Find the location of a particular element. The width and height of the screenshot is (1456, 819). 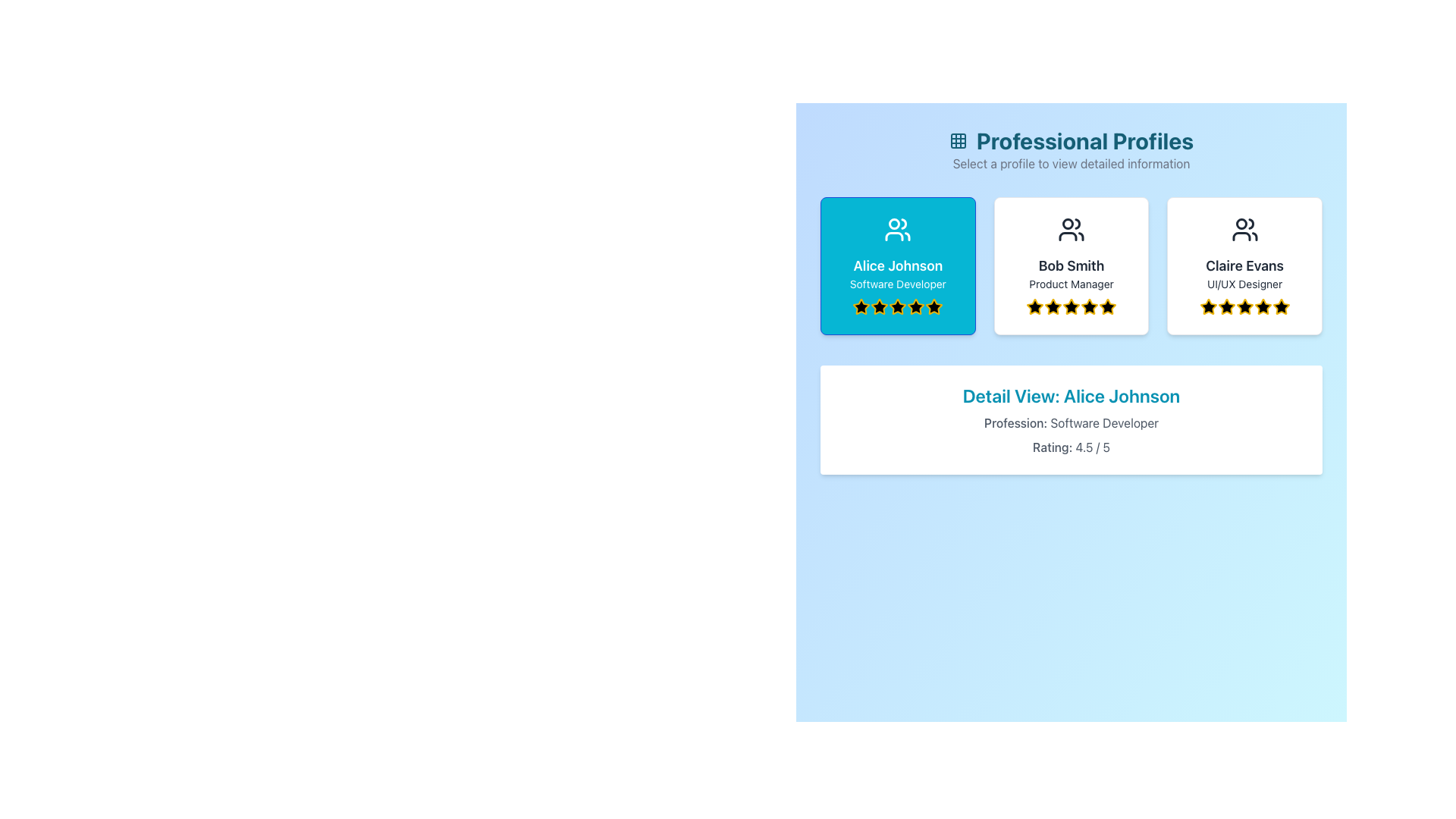

the graphical representation icon indicating the user's role as a product manager, located above the text 'Bob Smith' and 'Product Manager' in the middle card of three horizontally aligned profile cards is located at coordinates (1070, 230).